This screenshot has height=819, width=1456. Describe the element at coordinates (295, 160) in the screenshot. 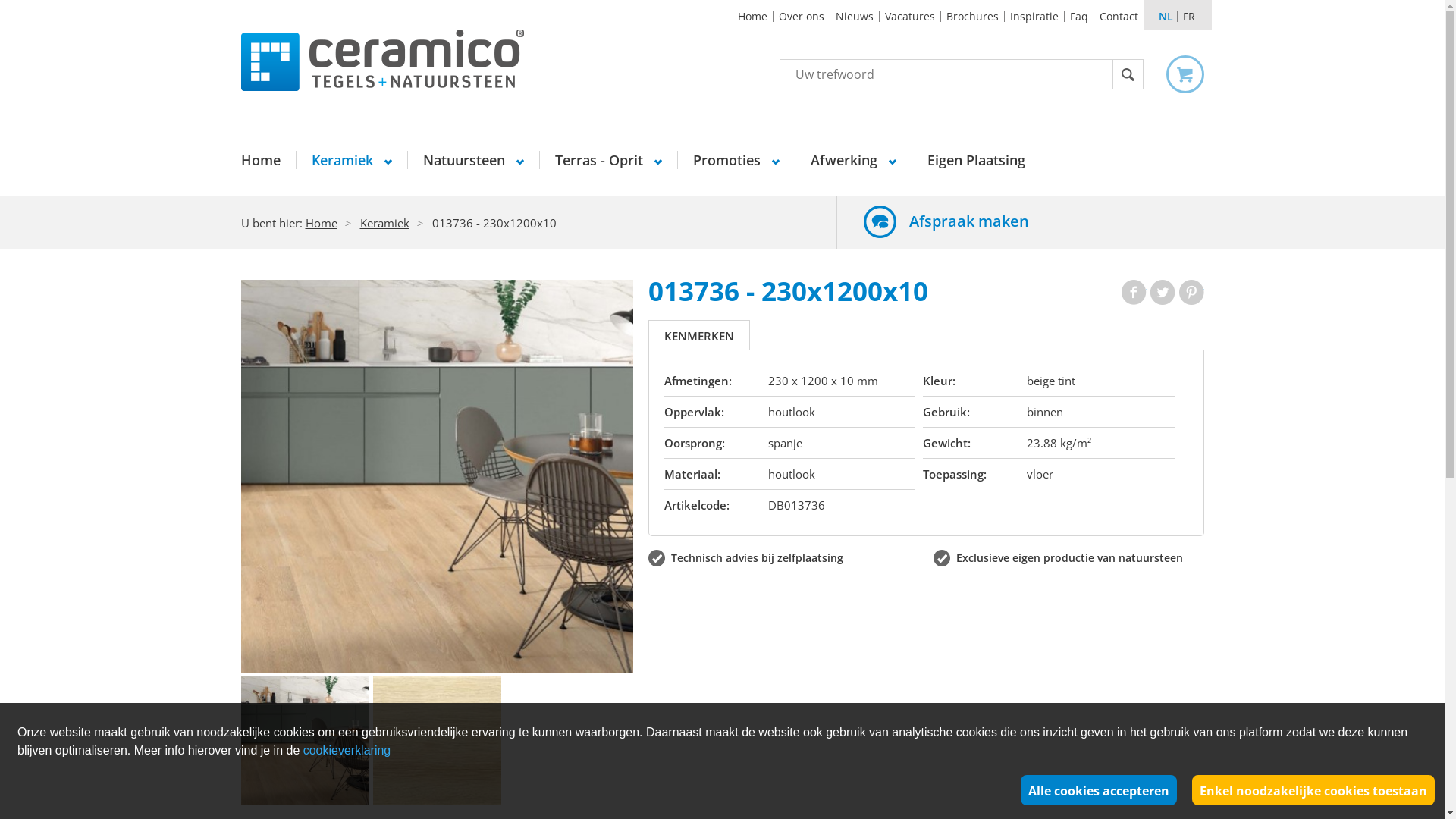

I see `'Keramiek'` at that location.